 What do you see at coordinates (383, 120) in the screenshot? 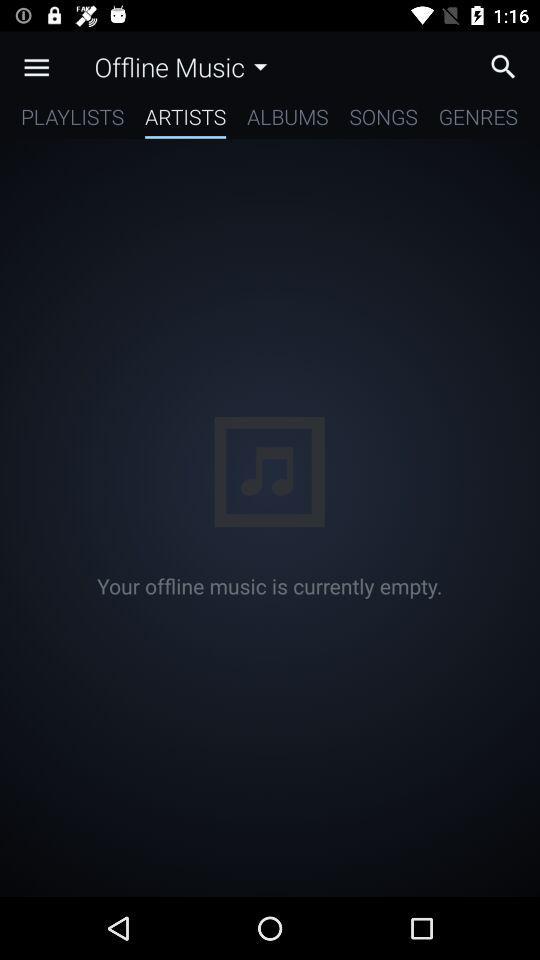
I see `the app to the right of the albums icon` at bounding box center [383, 120].